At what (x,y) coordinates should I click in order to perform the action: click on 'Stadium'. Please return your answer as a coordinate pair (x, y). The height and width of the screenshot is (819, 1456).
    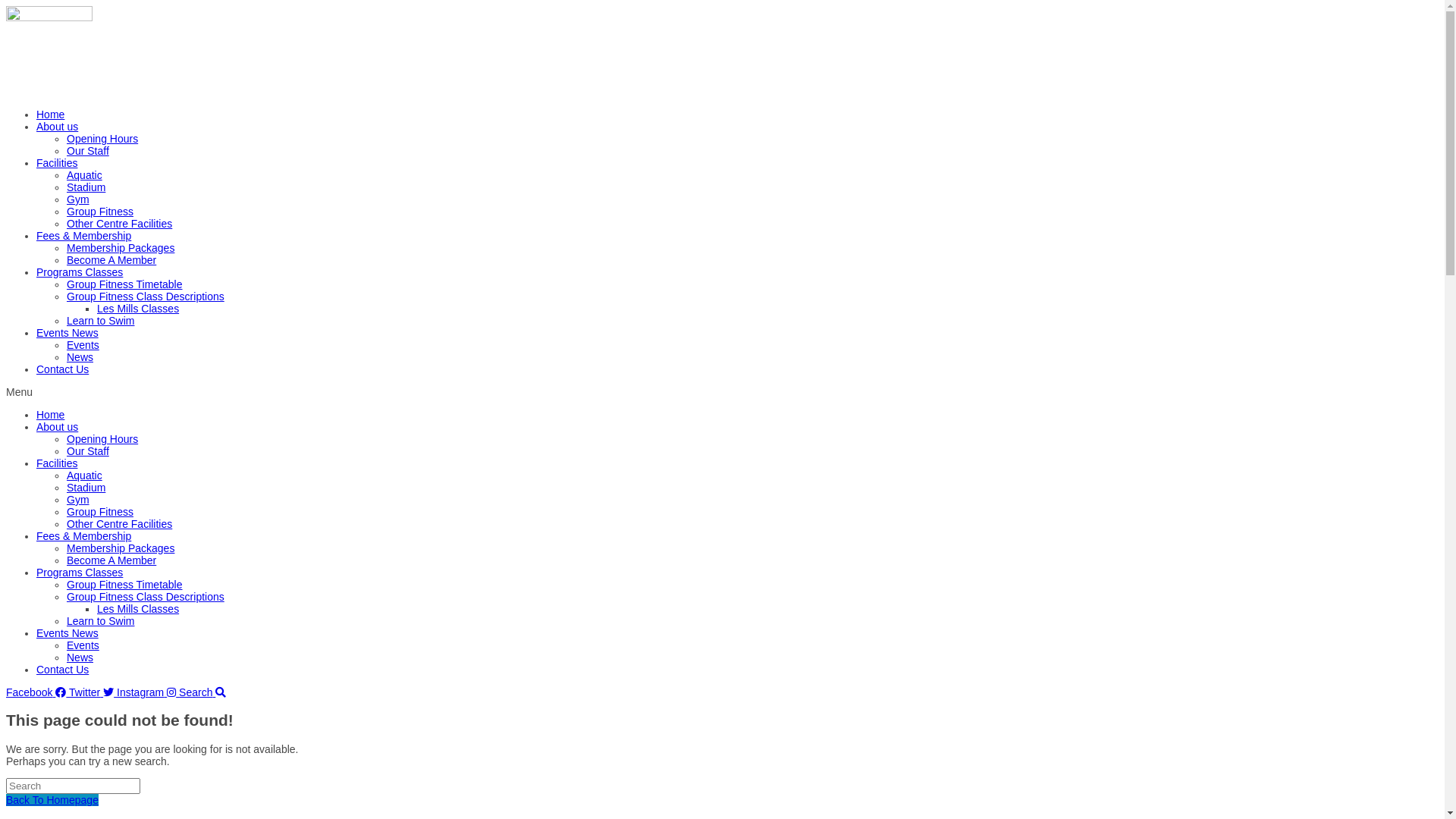
    Looking at the image, I should click on (85, 186).